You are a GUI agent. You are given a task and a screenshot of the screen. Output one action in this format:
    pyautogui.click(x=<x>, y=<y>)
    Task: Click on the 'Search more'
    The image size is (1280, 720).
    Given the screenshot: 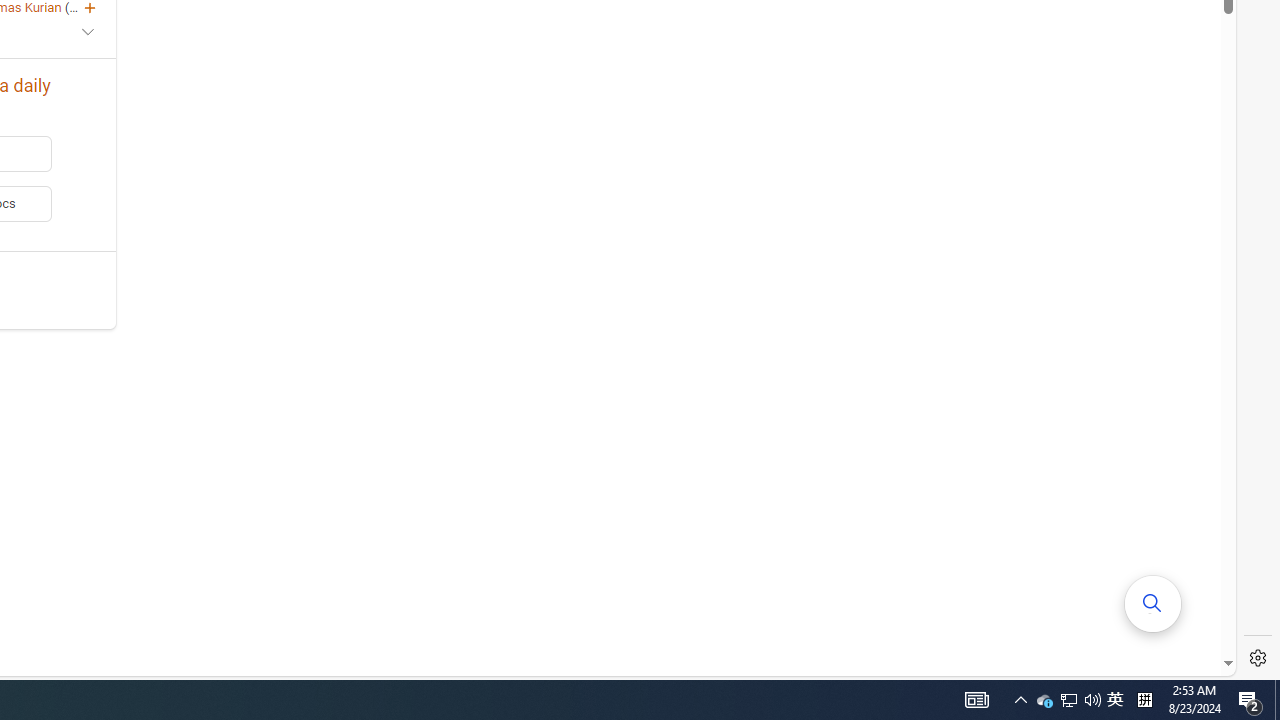 What is the action you would take?
    pyautogui.click(x=1153, y=603)
    